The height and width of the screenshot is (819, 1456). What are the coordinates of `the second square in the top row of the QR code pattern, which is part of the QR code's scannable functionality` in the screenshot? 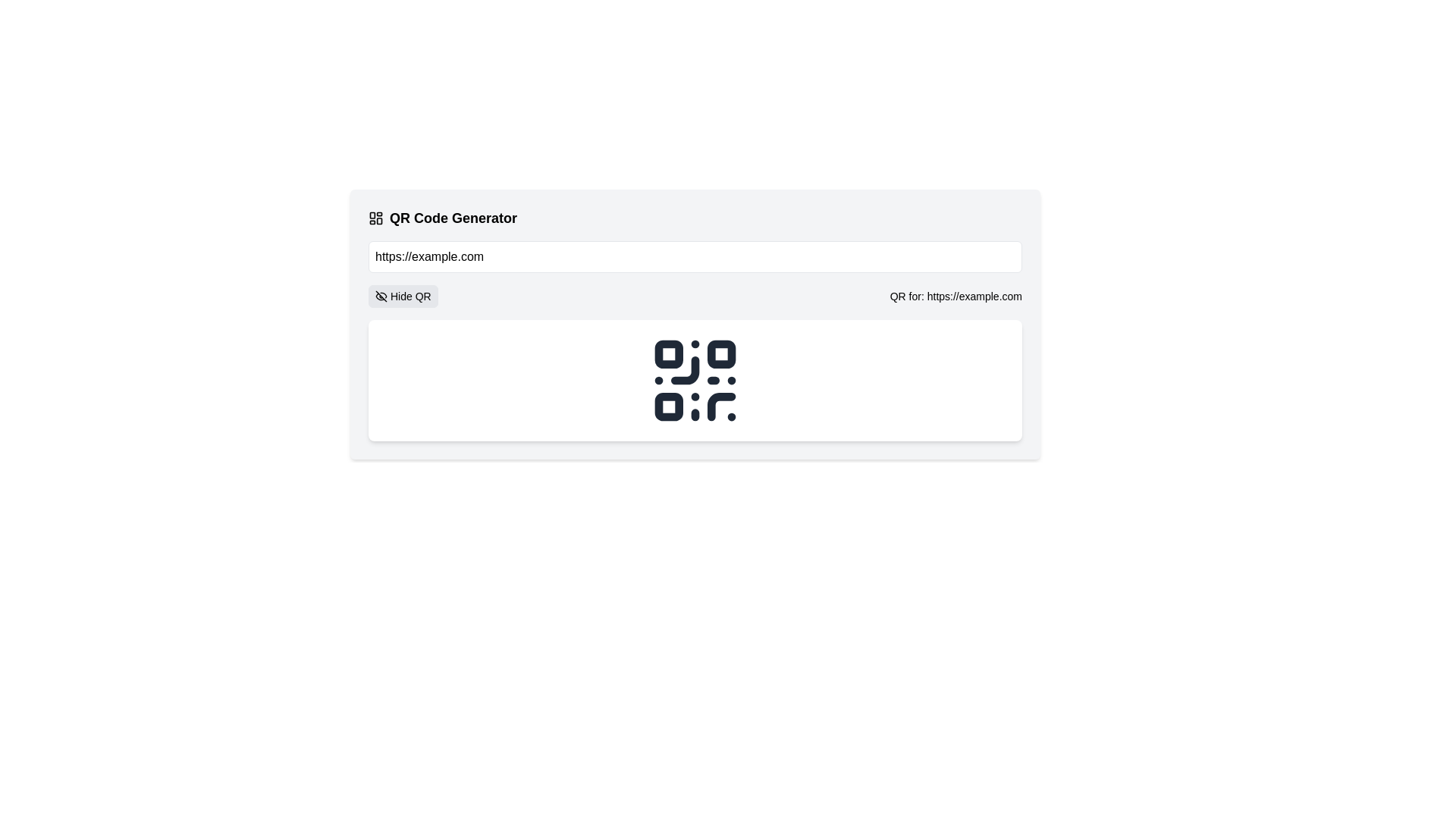 It's located at (720, 354).